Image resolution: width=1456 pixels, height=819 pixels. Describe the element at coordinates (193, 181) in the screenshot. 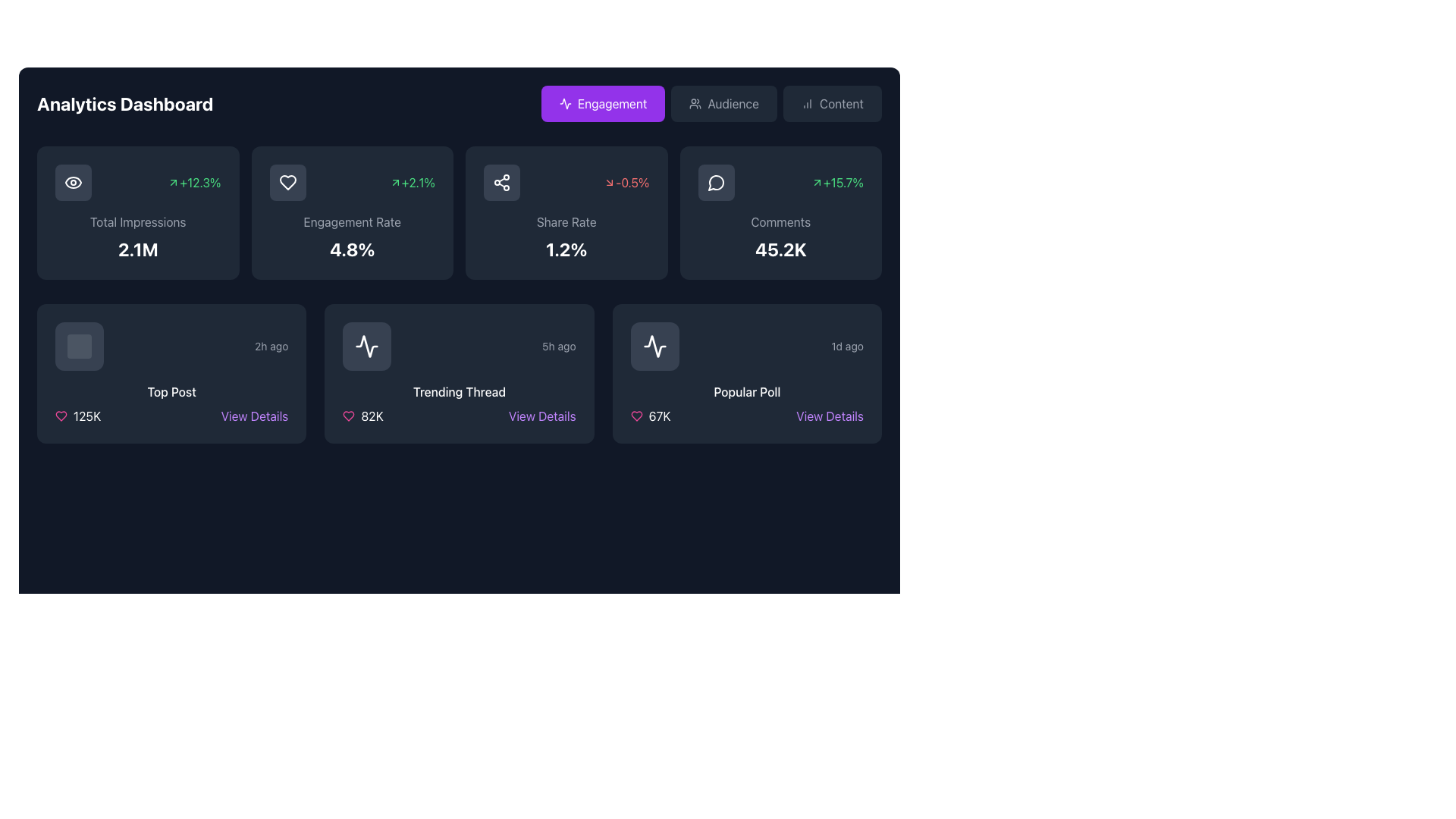

I see `text '+12.3%' which is located next to a green upward arrow icon in the 'Total Impressions' card on the 'Analytics Dashboard'` at that location.